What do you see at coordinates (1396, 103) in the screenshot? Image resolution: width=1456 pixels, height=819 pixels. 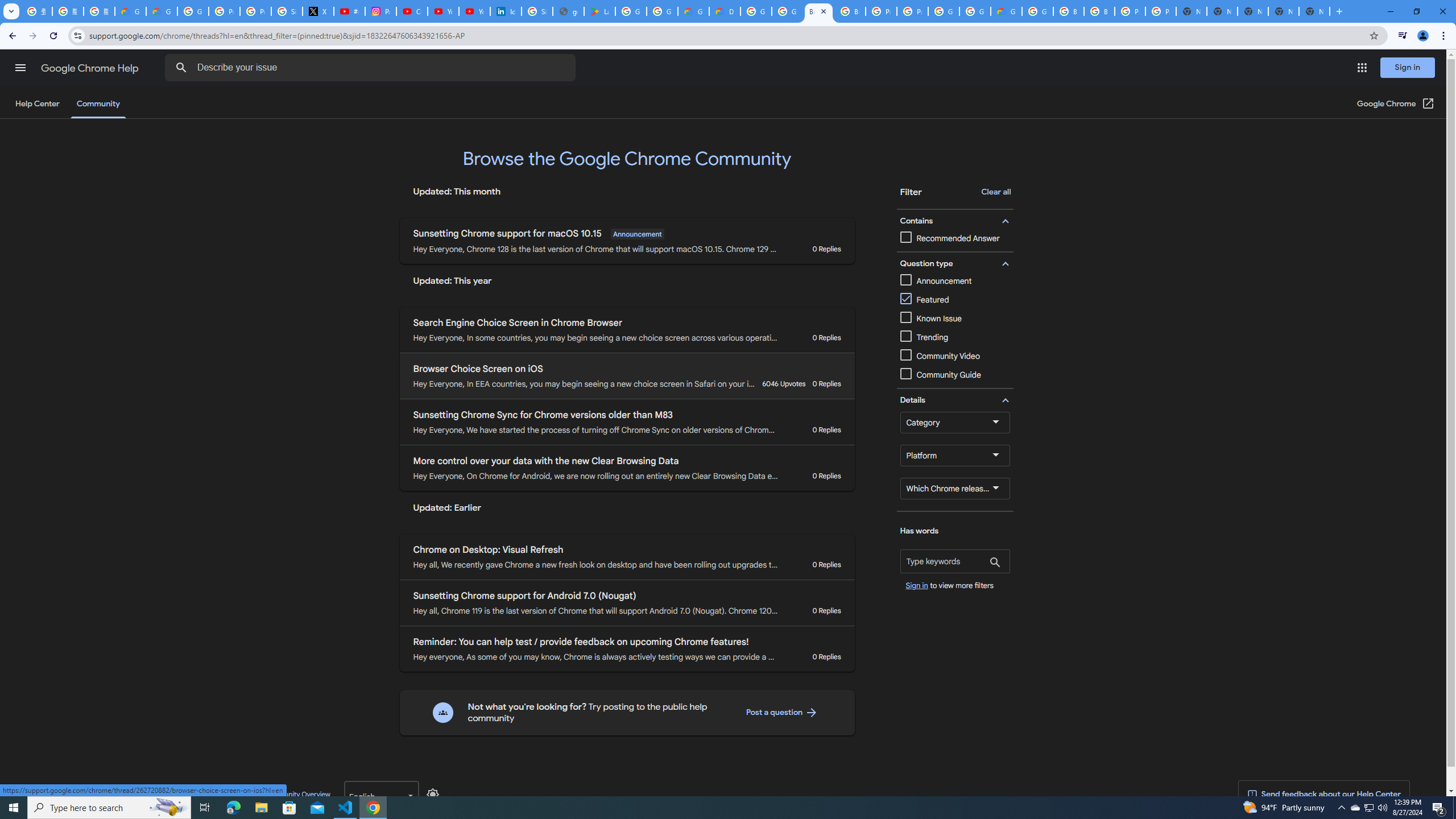 I see `'Google Chrome (Open in a new window)'` at bounding box center [1396, 103].